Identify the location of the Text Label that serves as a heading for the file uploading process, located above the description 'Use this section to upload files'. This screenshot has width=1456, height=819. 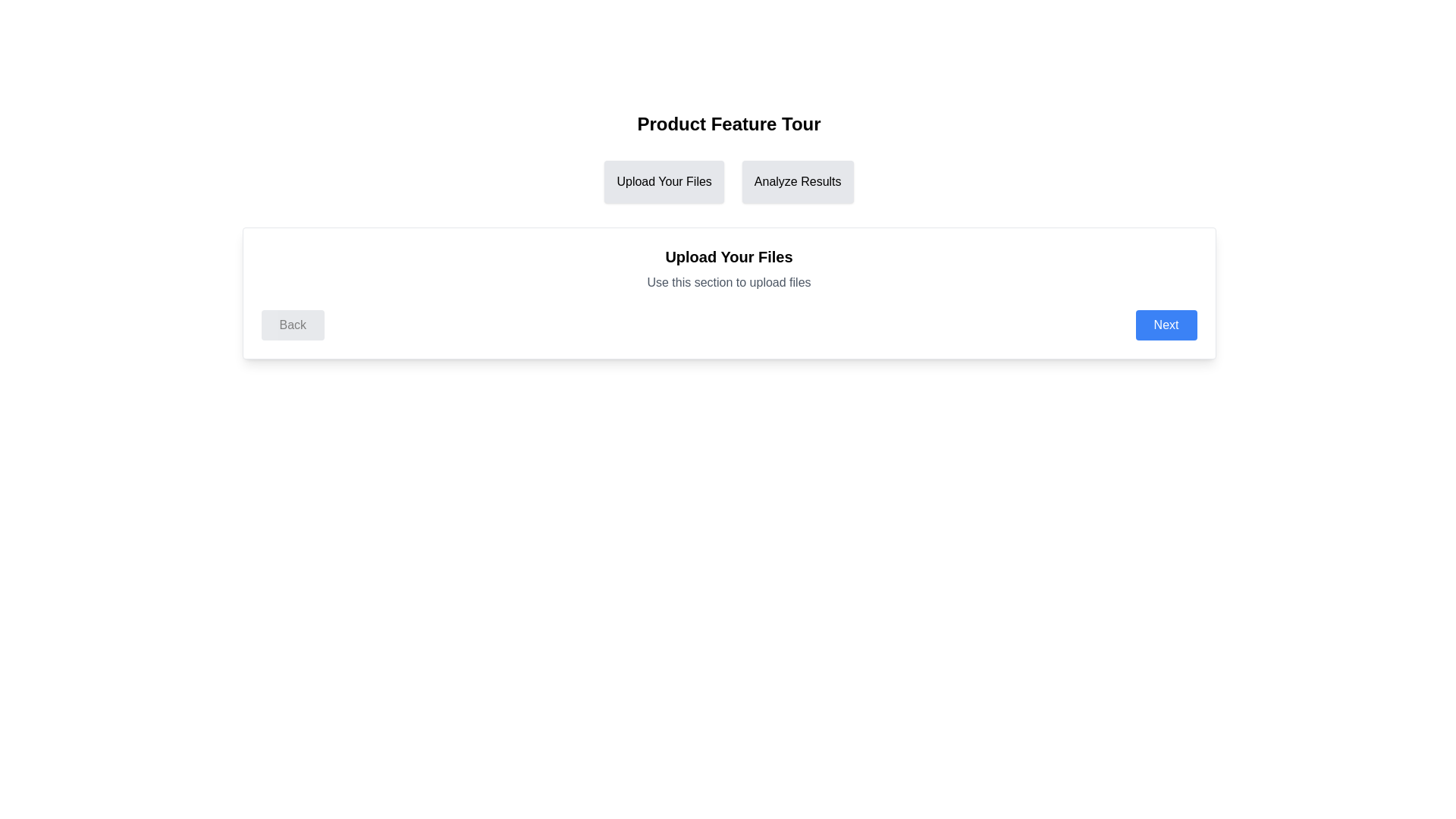
(729, 256).